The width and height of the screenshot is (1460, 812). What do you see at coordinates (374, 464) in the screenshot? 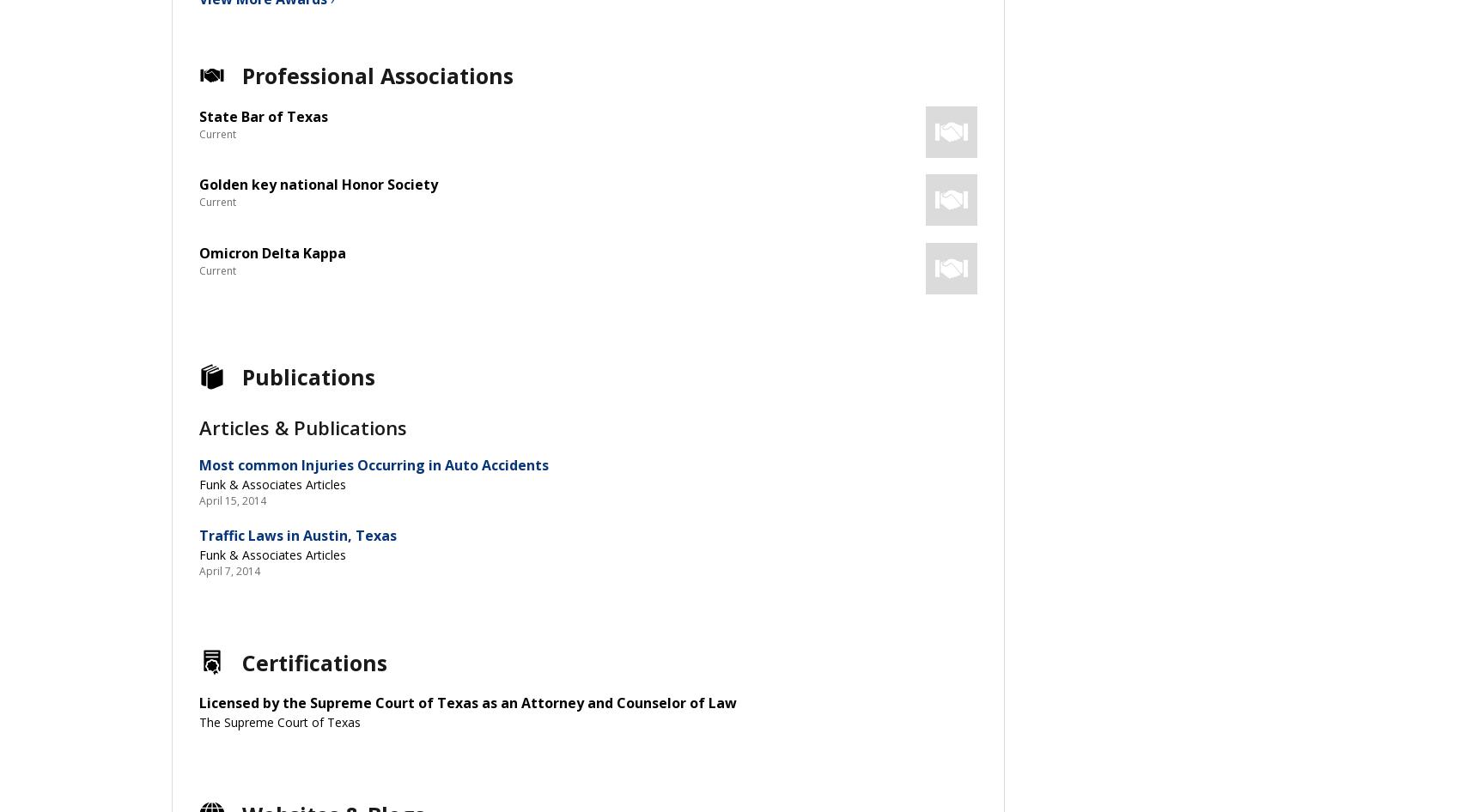
I see `'Most common Injuries Occurring in Auto Accidents'` at bounding box center [374, 464].